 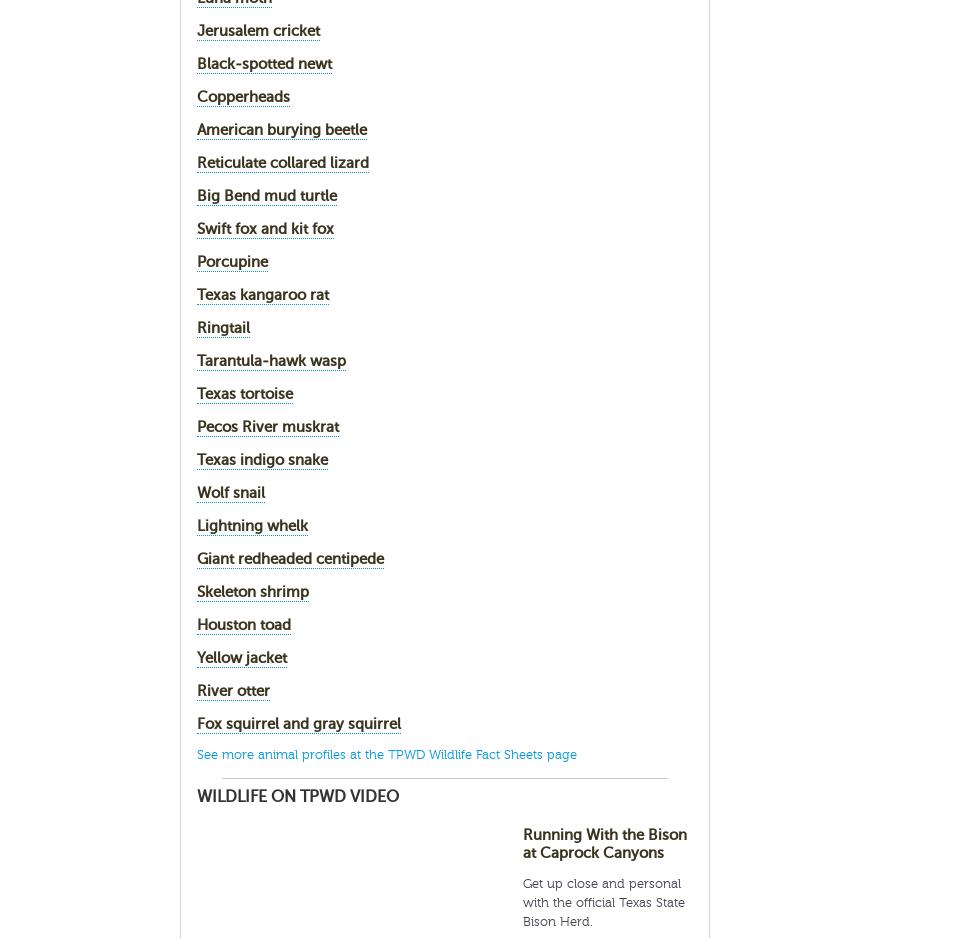 What do you see at coordinates (242, 96) in the screenshot?
I see `'Copperheads'` at bounding box center [242, 96].